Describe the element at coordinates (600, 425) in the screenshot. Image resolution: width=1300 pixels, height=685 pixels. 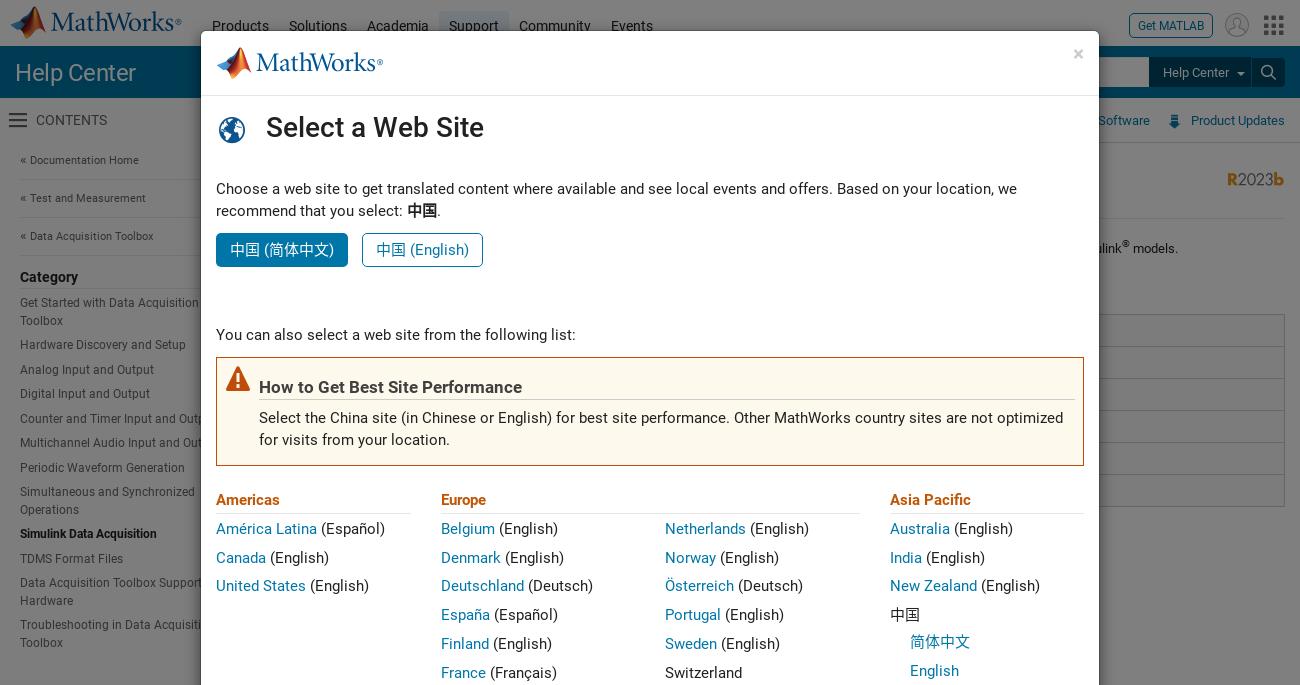
I see `'Output single sample to multiple analog channels of data acquisition
      device'` at that location.